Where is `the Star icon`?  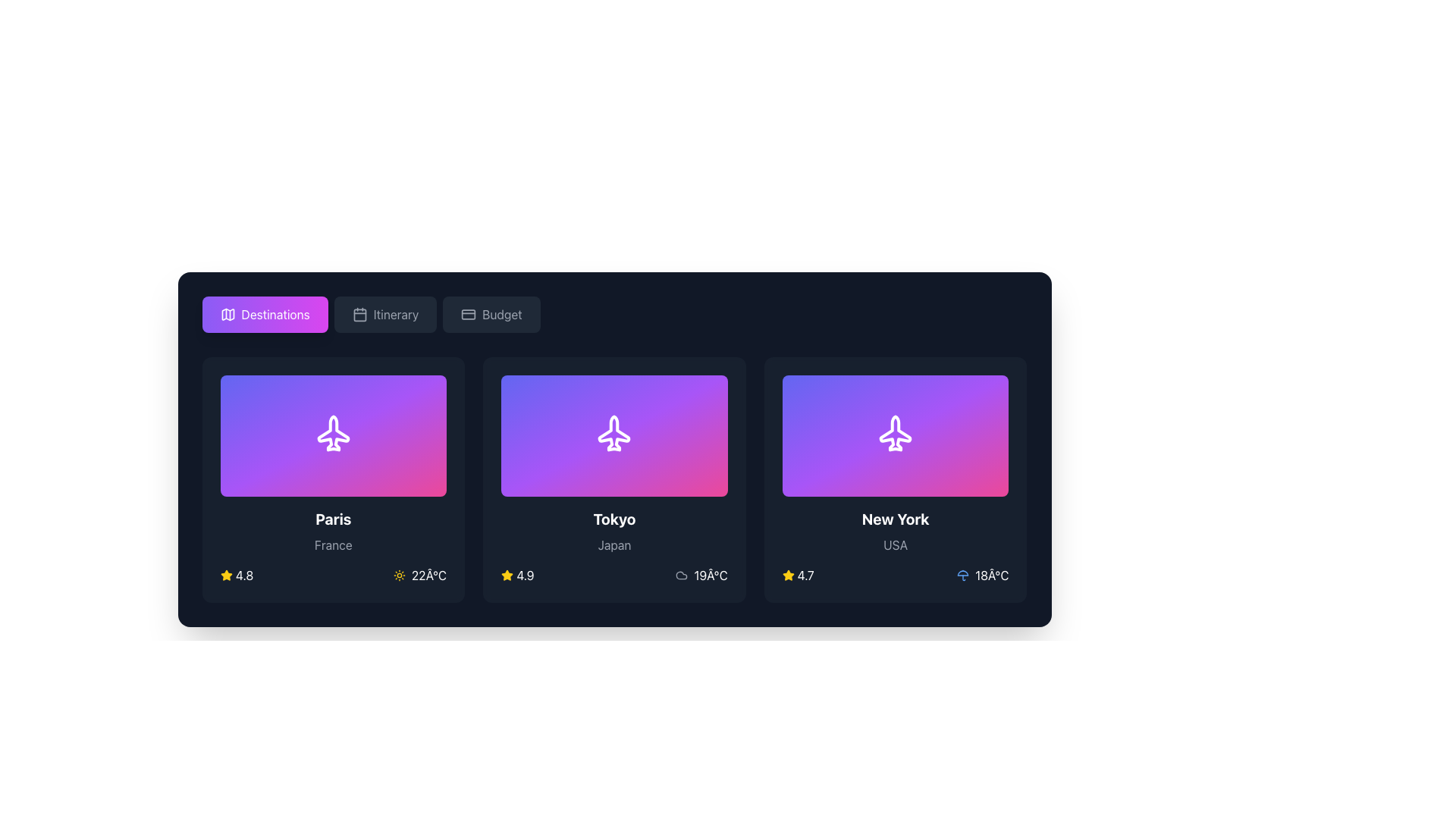
the Star icon is located at coordinates (225, 575).